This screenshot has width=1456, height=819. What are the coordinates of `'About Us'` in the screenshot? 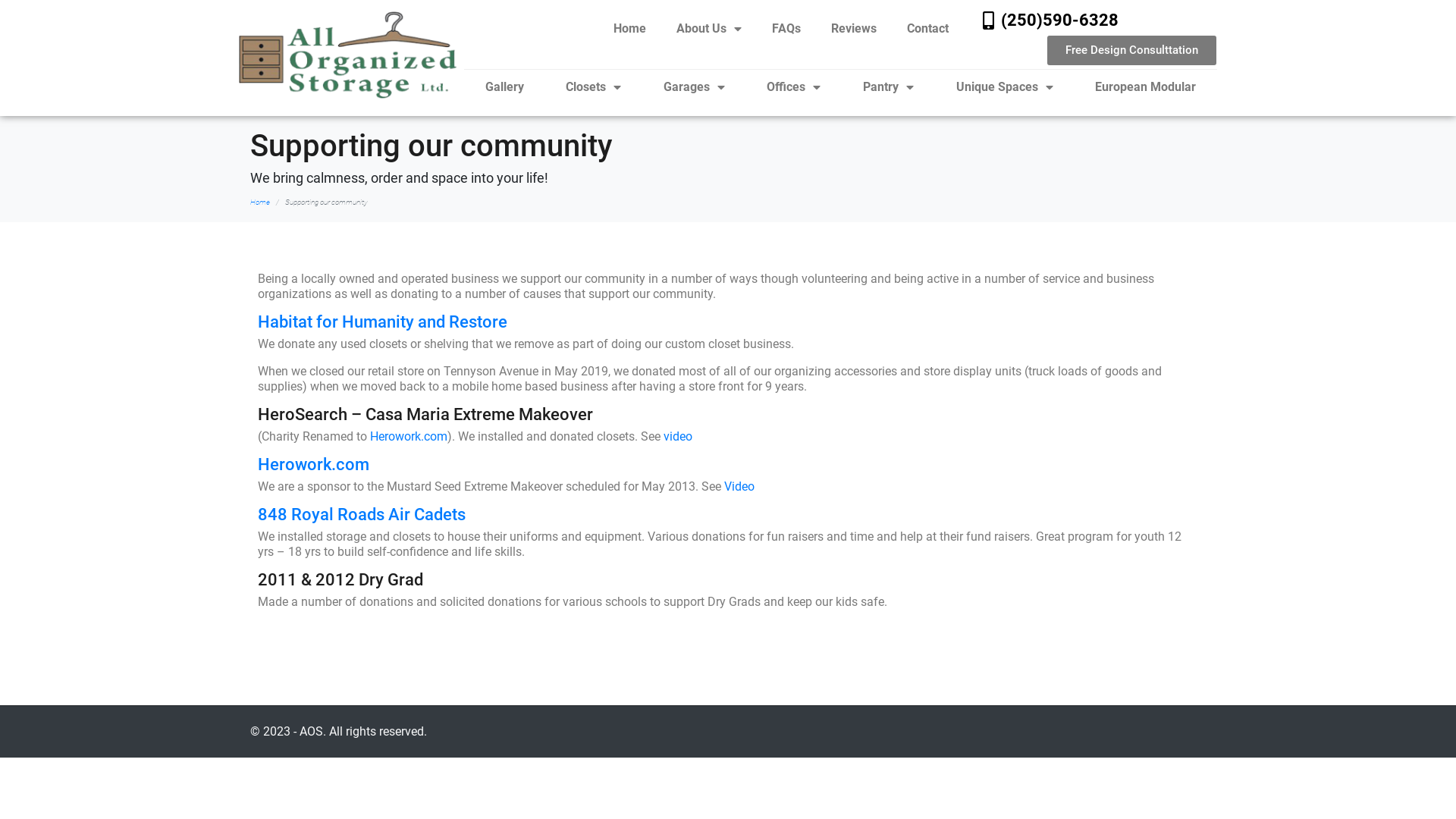 It's located at (708, 29).